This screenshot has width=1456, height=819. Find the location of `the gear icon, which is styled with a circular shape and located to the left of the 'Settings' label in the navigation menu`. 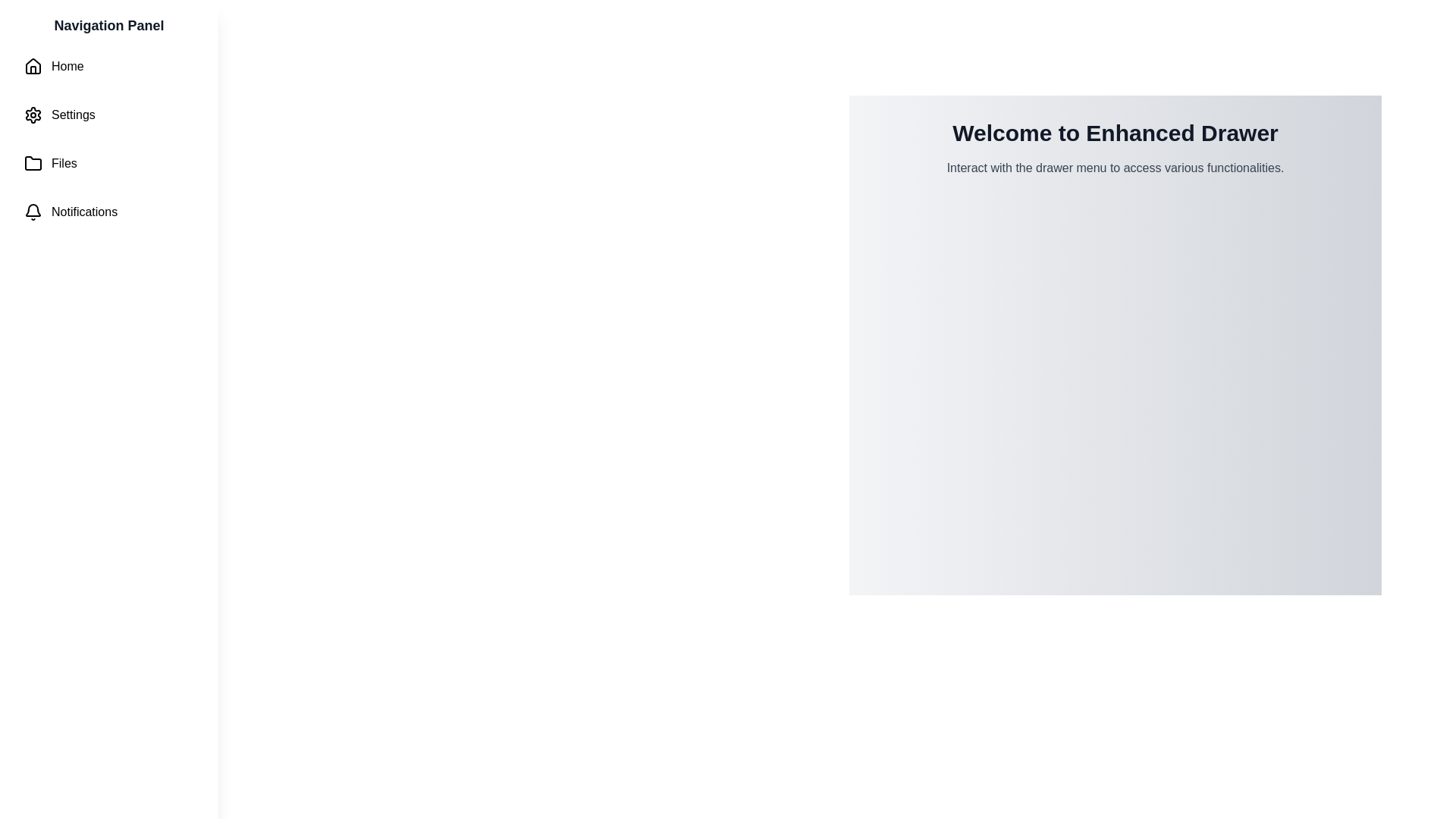

the gear icon, which is styled with a circular shape and located to the left of the 'Settings' label in the navigation menu is located at coordinates (33, 114).